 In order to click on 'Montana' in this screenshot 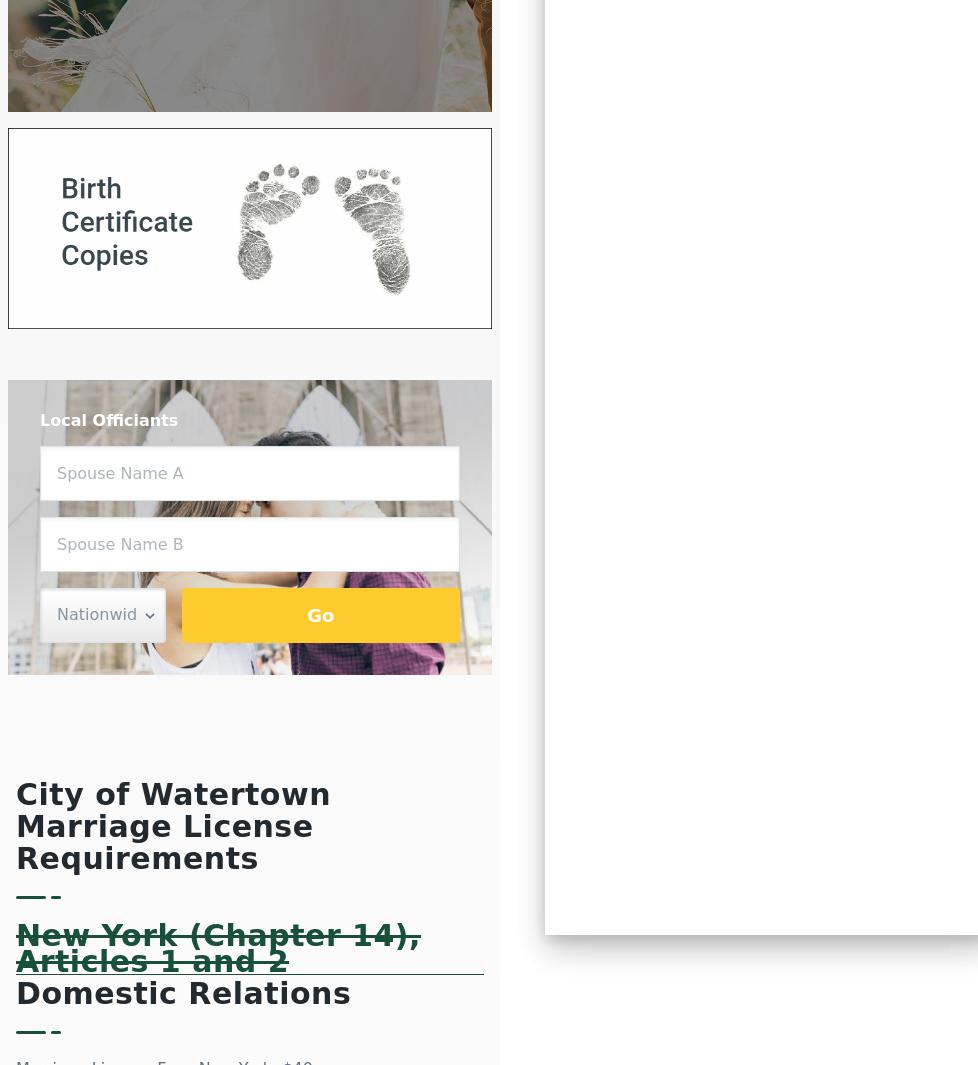, I will do `click(644, 80)`.